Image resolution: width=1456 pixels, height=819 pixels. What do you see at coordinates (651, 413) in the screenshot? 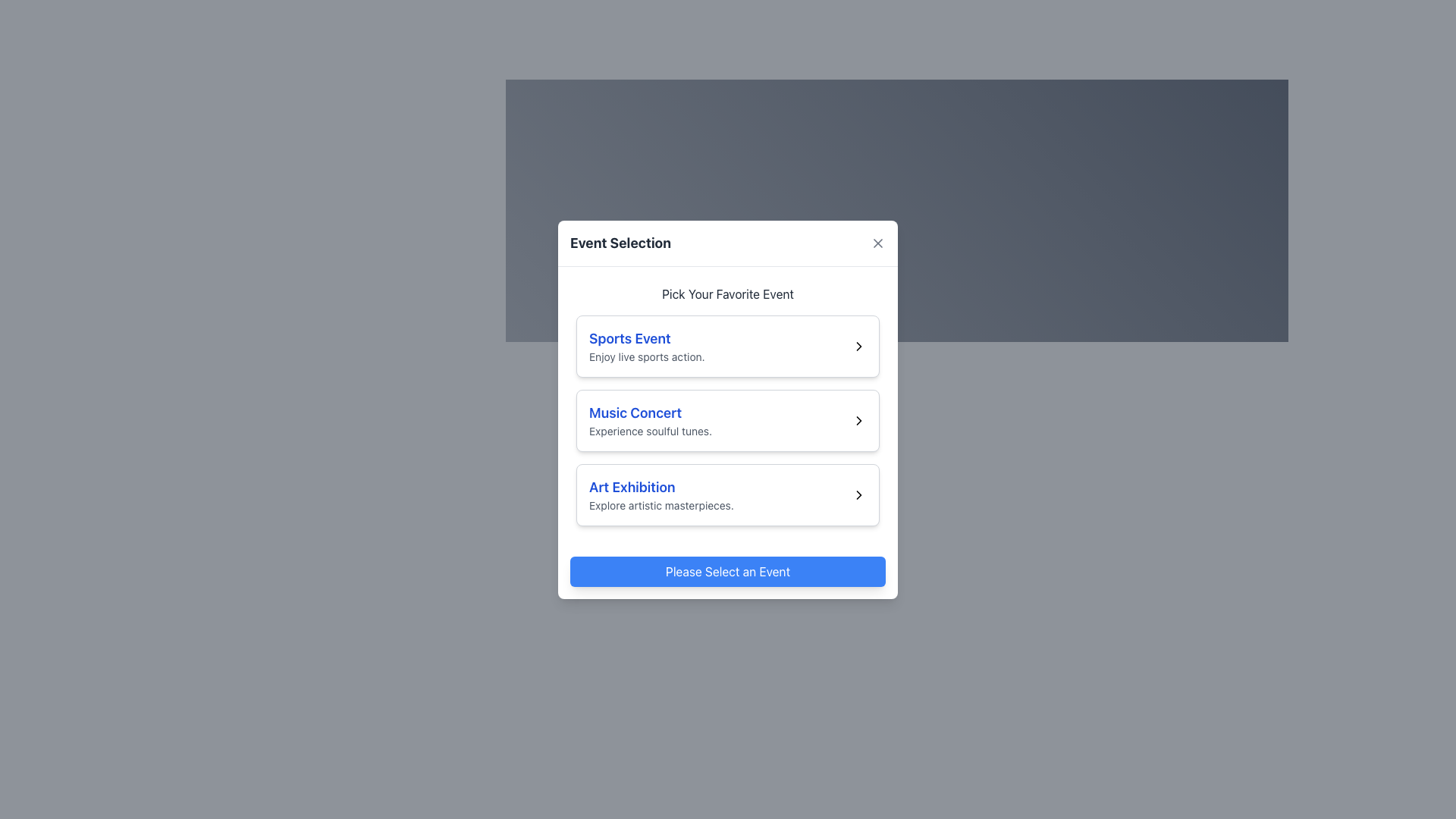
I see `the 'Music Concert' text label, which is a bold blue font indicating a section title in the modal dialog under 'Event Selection'` at bounding box center [651, 413].